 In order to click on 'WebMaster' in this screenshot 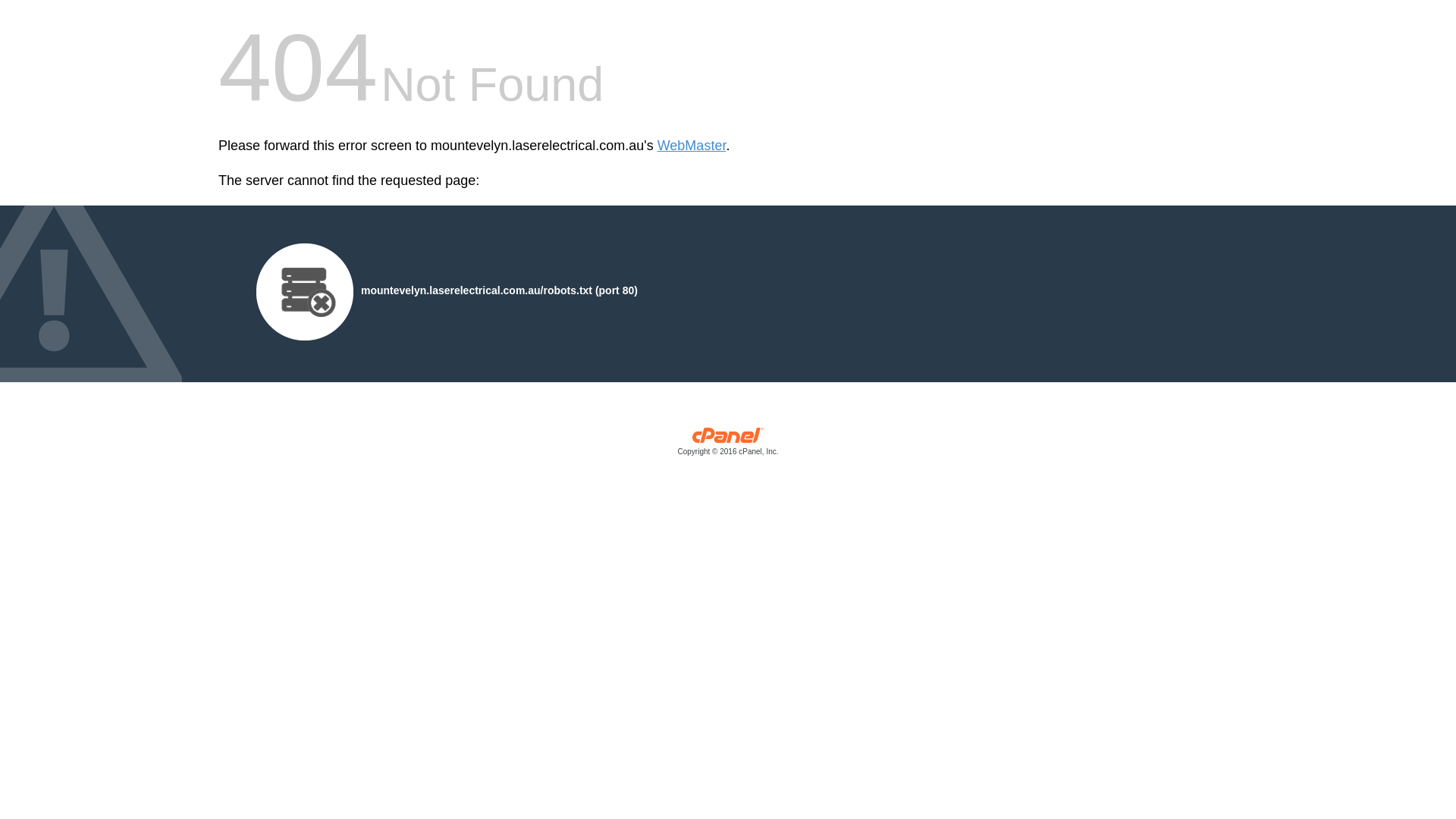, I will do `click(691, 146)`.